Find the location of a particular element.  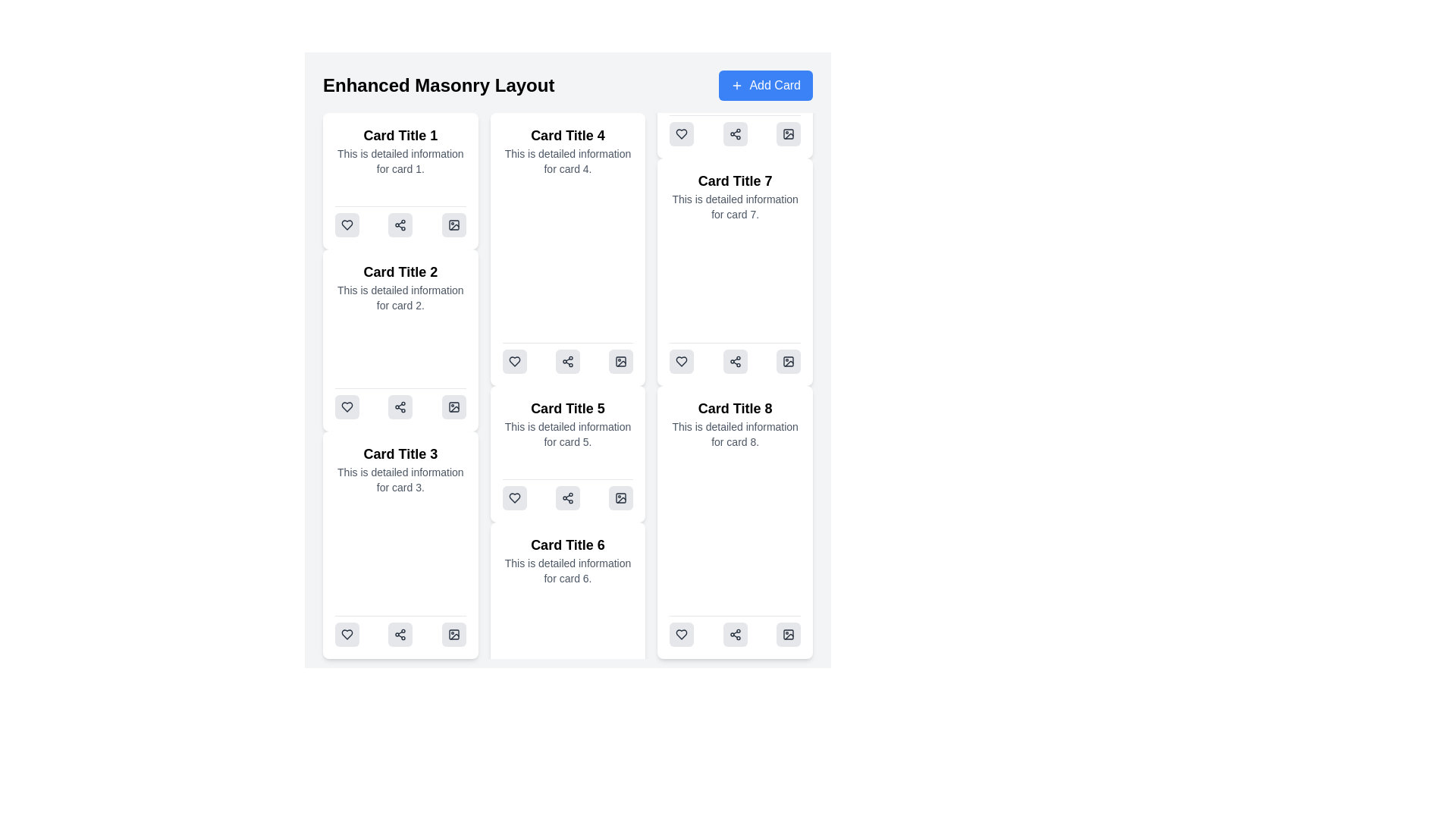

the second button in the horizontal row below the card labeled 'Card Title 5' to initiate the share action is located at coordinates (566, 497).